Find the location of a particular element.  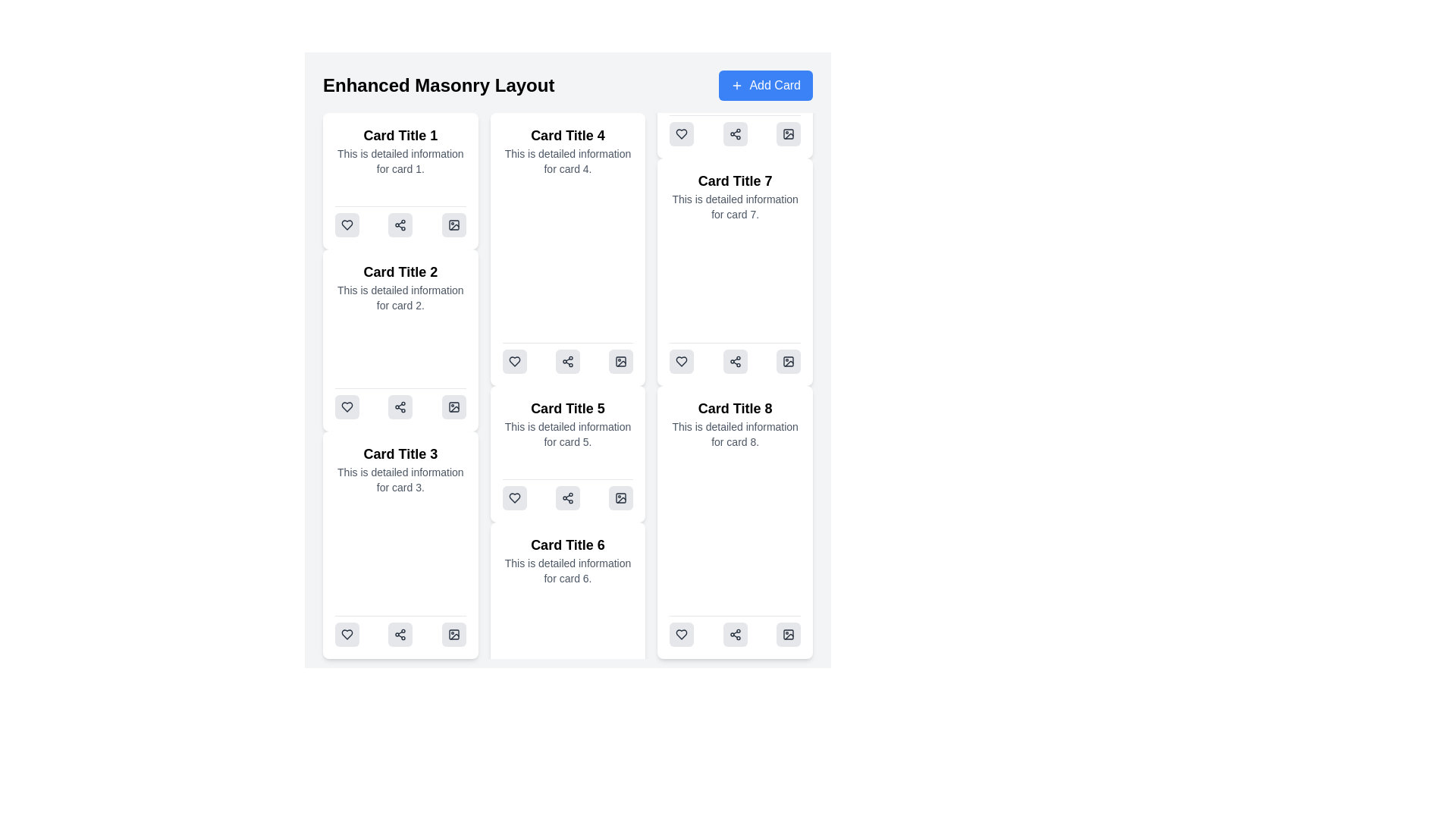

the second button in the horizontal row below the card labeled 'Card Title 5' to initiate the share action is located at coordinates (566, 497).